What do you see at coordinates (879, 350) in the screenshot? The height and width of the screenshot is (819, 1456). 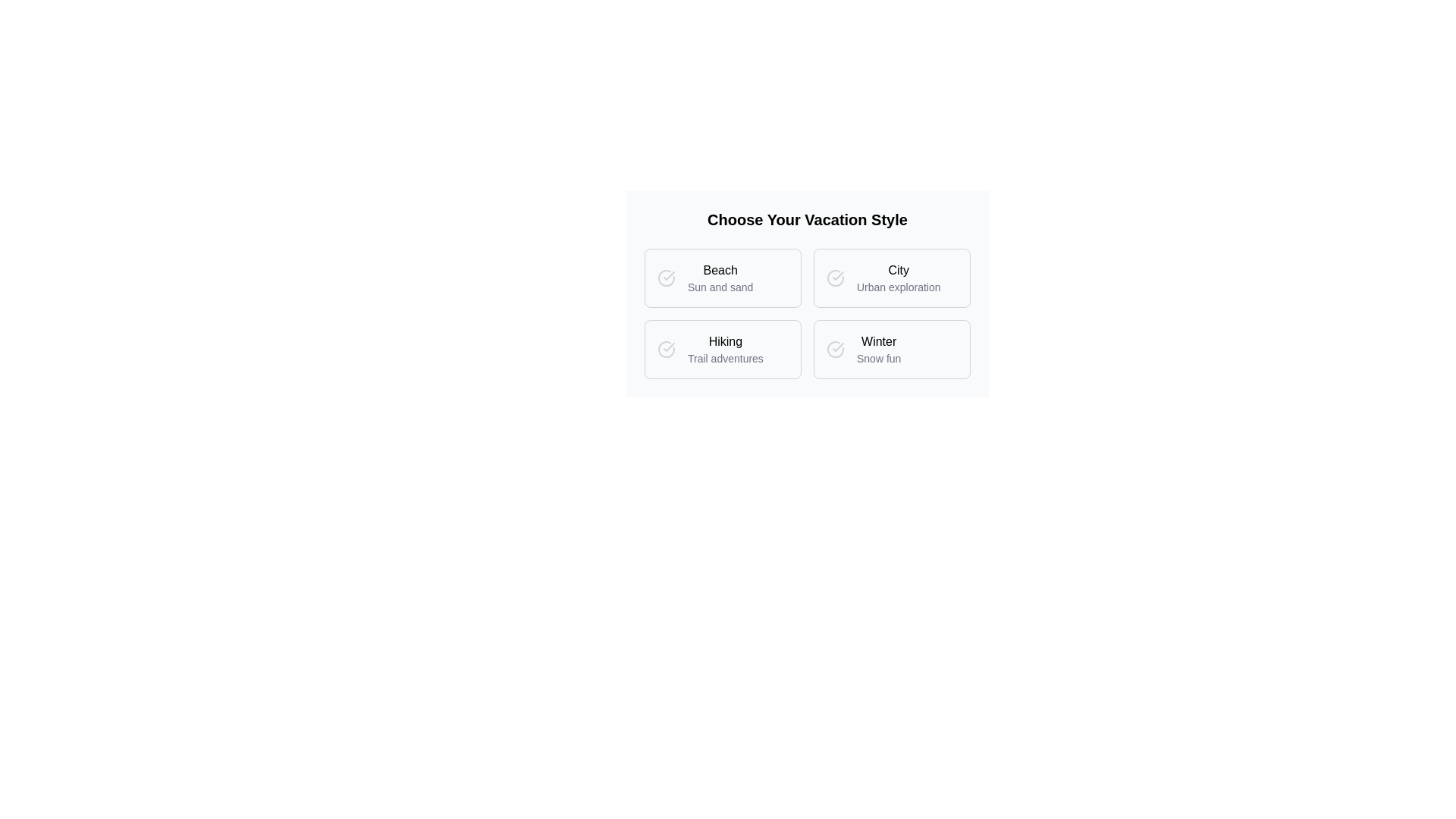 I see `the 'Winter' text display block that provides information about the 'Winter' vacation style option, located at the bottom-right of a 2x2 grid layout` at bounding box center [879, 350].